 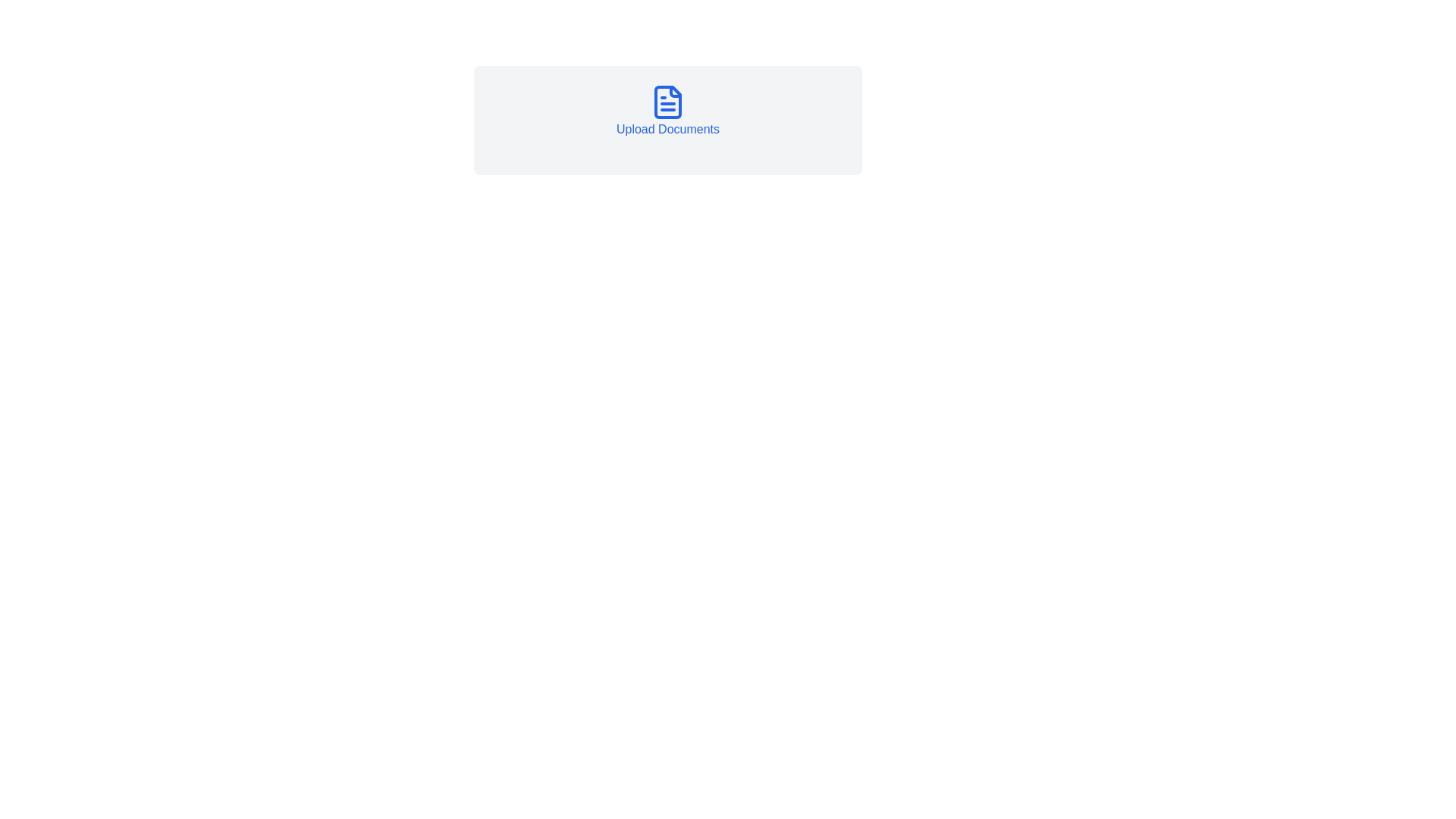 What do you see at coordinates (667, 110) in the screenshot?
I see `the interactive text link or button that allows users to upload documents` at bounding box center [667, 110].